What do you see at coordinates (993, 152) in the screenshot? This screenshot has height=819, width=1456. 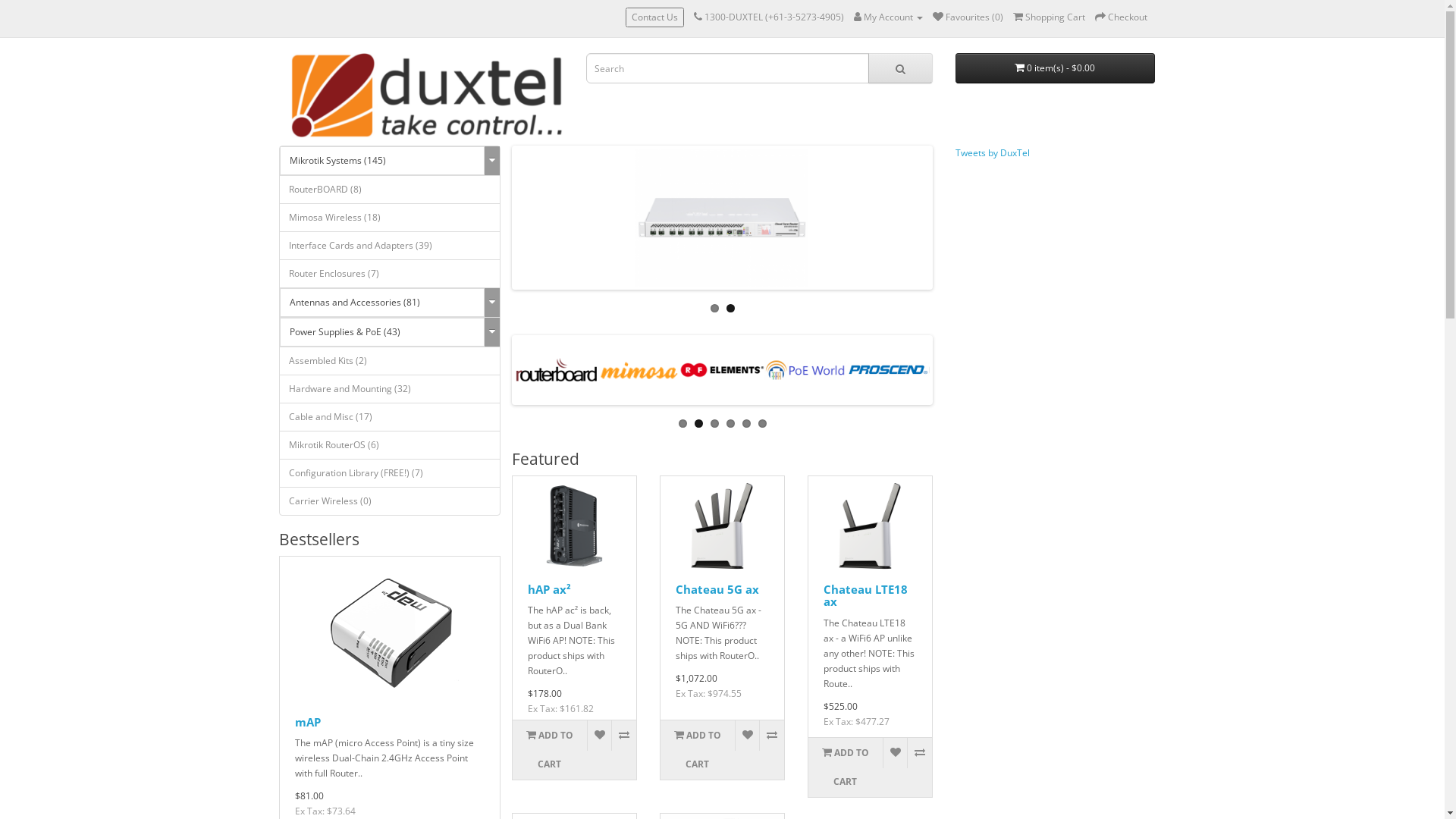 I see `'Tweets by DuxTel'` at bounding box center [993, 152].